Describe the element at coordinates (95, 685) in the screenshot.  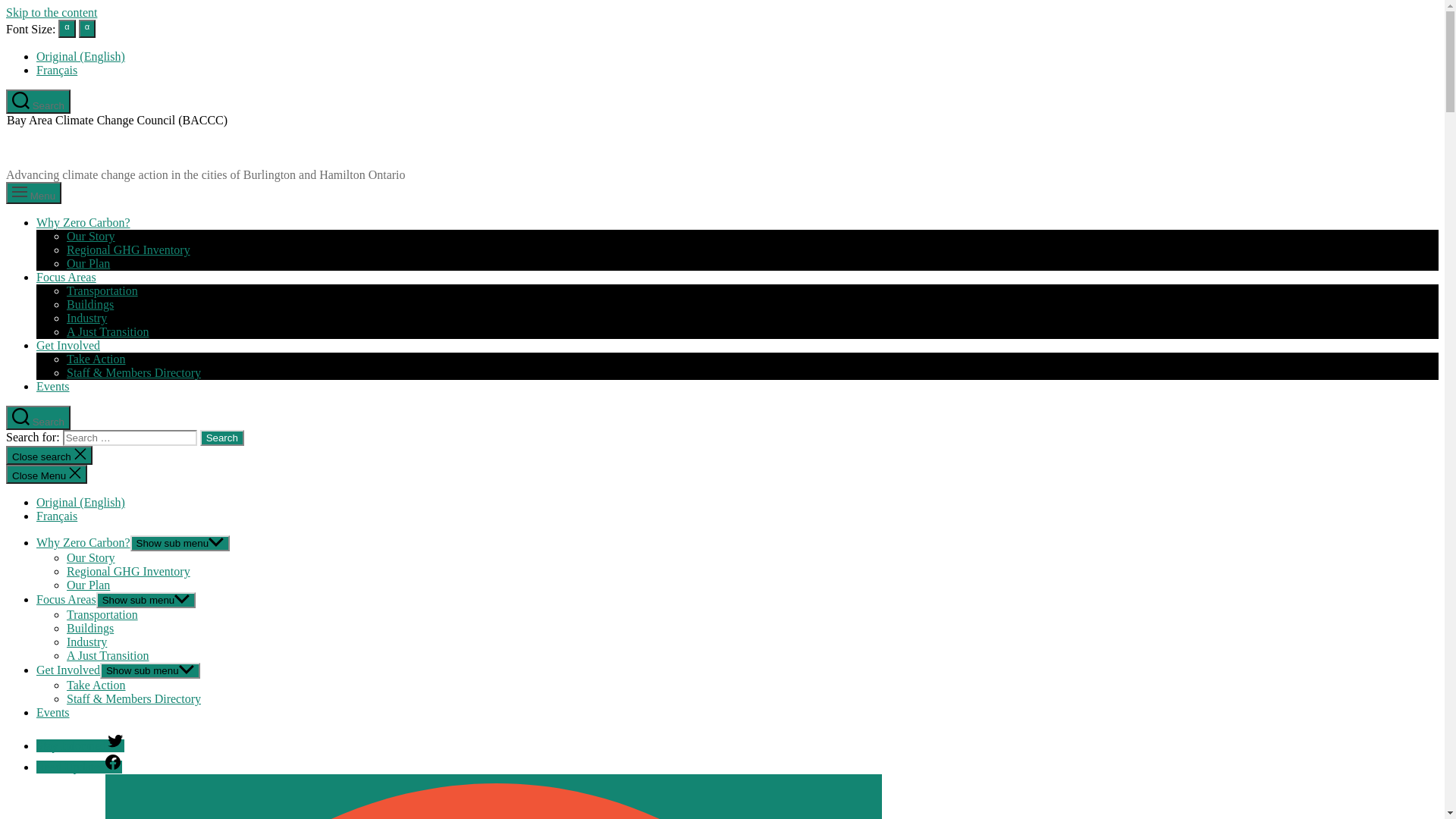
I see `'Take Action'` at that location.